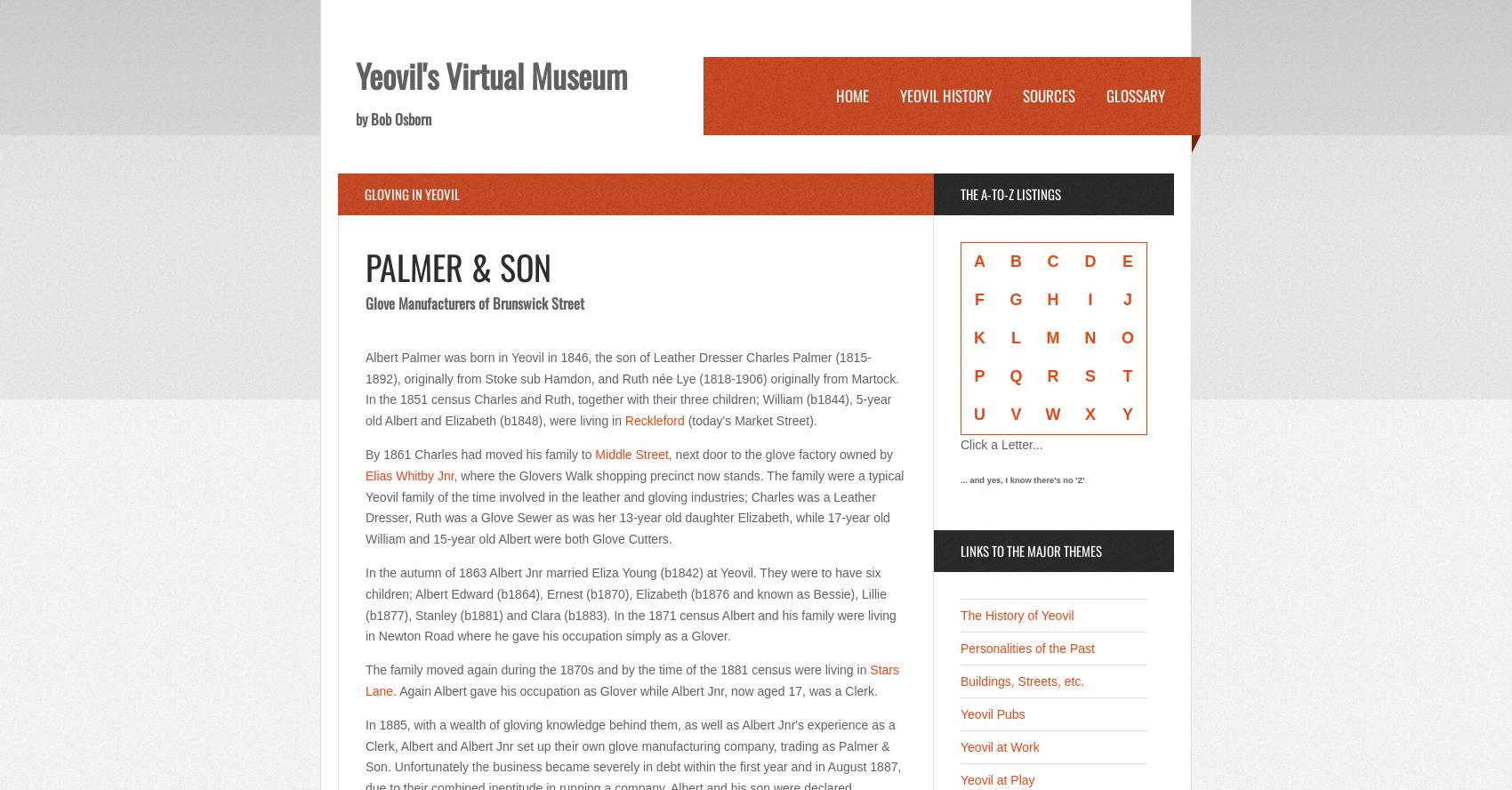 The height and width of the screenshot is (790, 1512). What do you see at coordinates (1126, 337) in the screenshot?
I see `'O'` at bounding box center [1126, 337].